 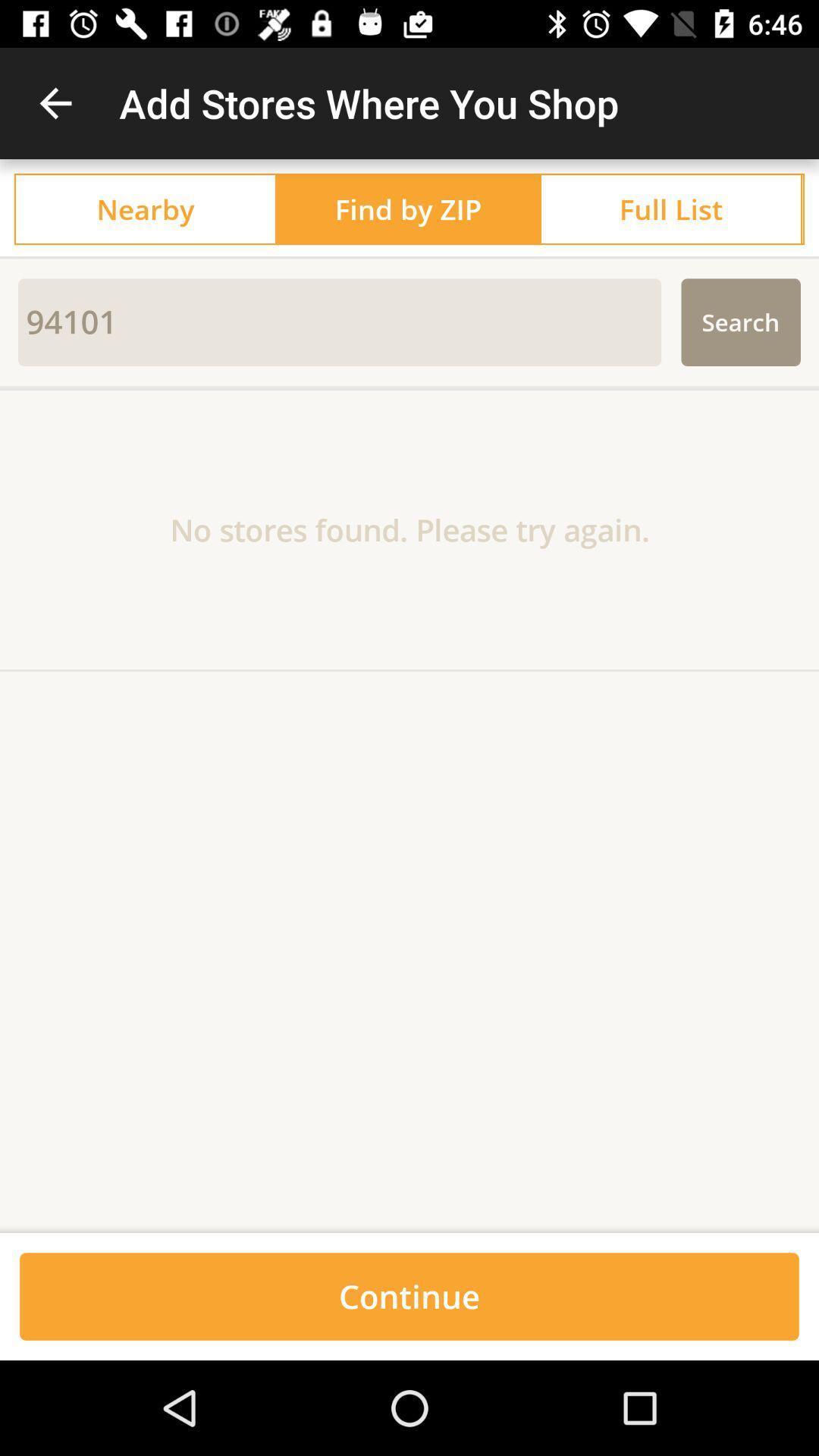 What do you see at coordinates (409, 1227) in the screenshot?
I see `item below no stores found icon` at bounding box center [409, 1227].